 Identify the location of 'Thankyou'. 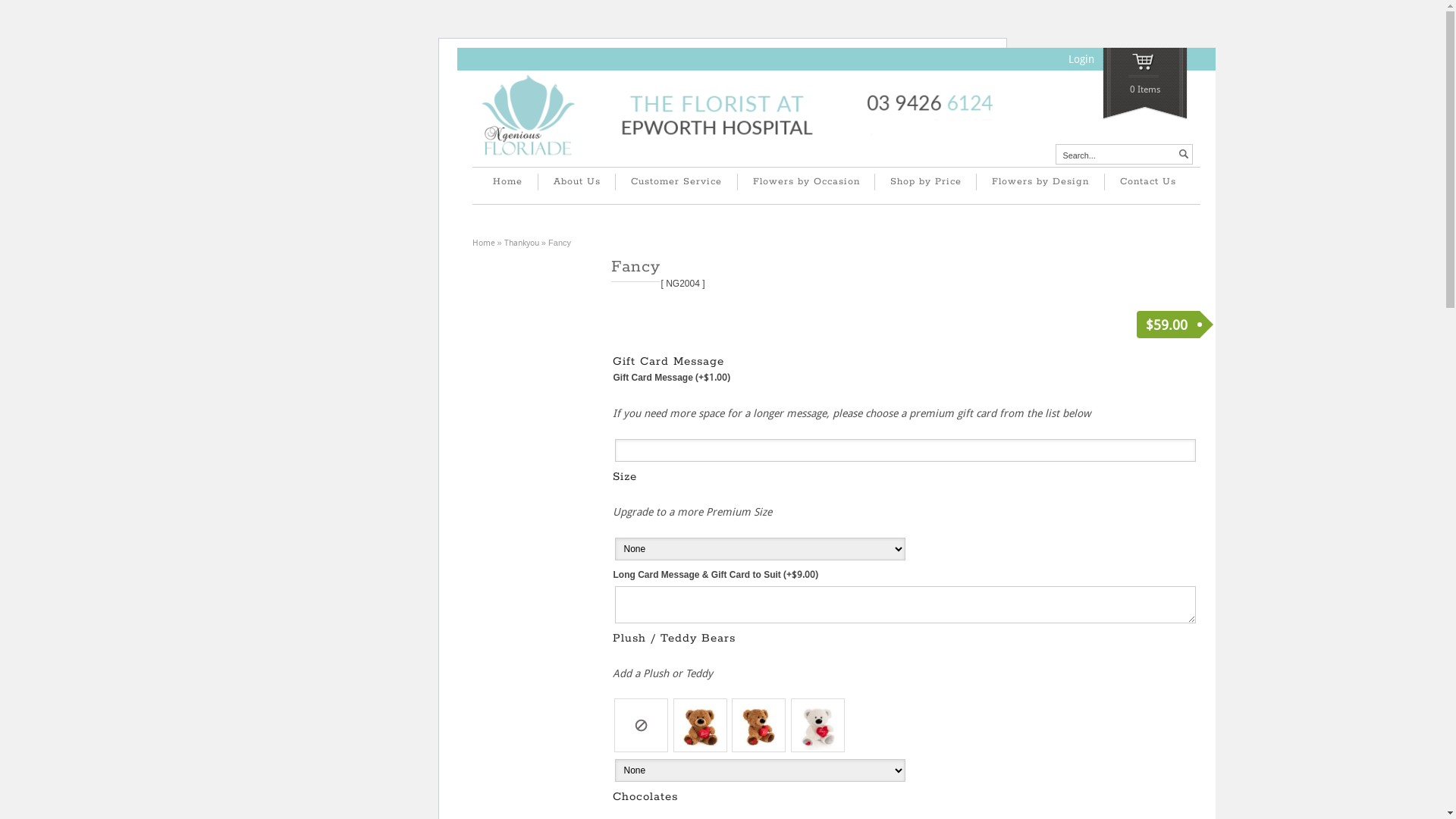
(504, 242).